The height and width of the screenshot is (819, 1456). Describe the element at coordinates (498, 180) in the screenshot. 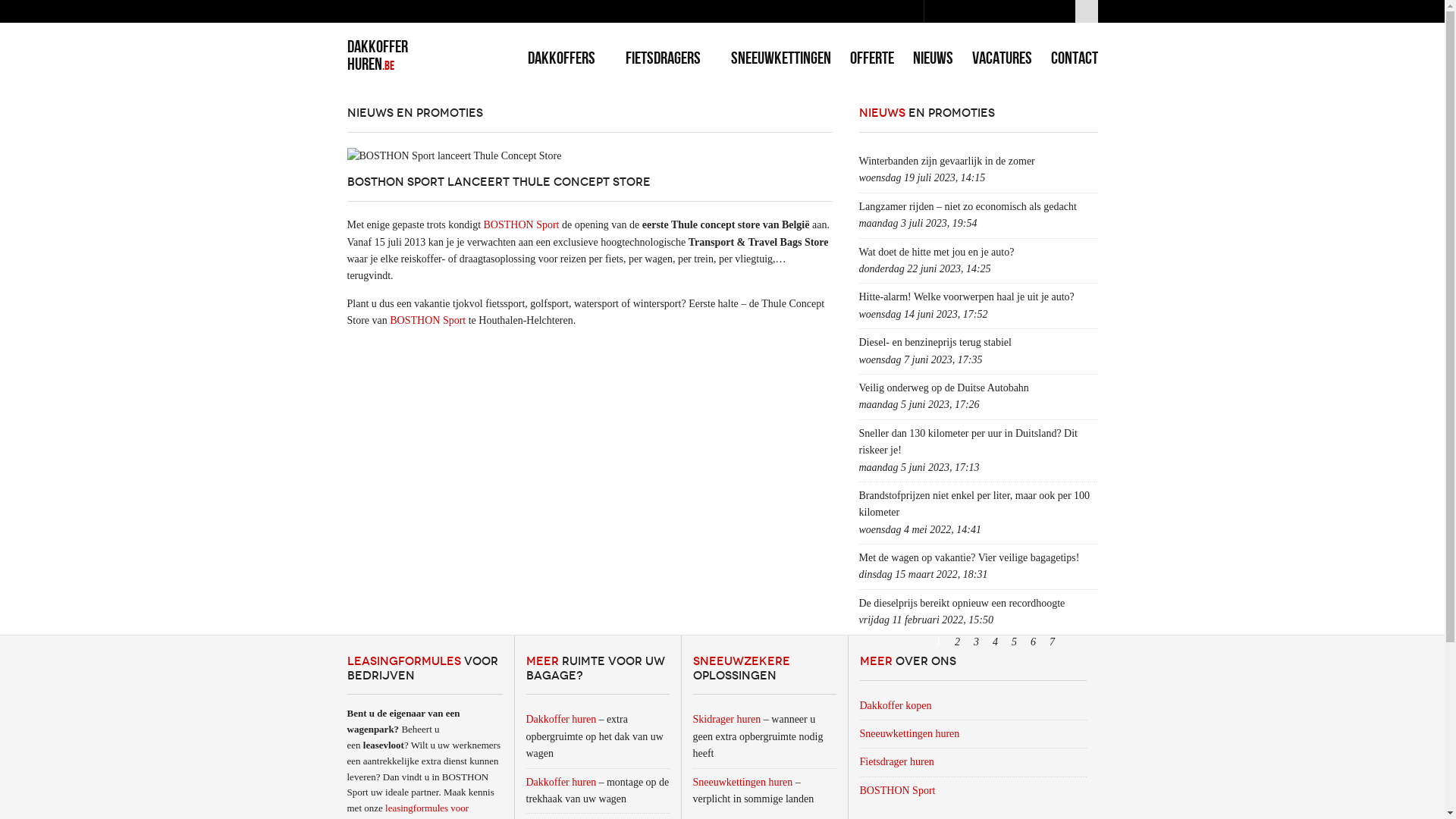

I see `'BOSTHON SPORT LANCEERT THULE CONCEPT STORE'` at that location.